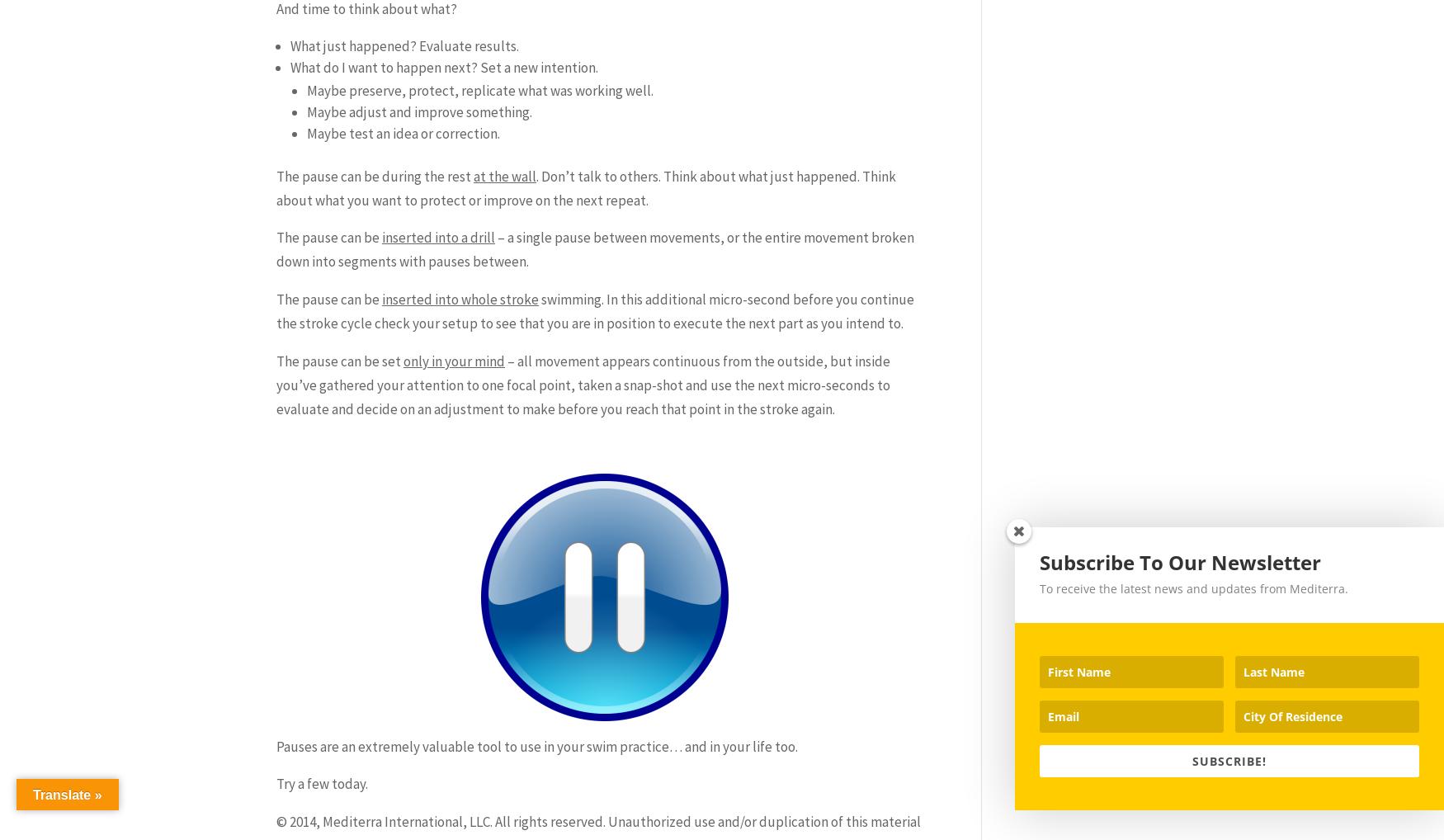  What do you see at coordinates (321, 782) in the screenshot?
I see `'Try a few today.'` at bounding box center [321, 782].